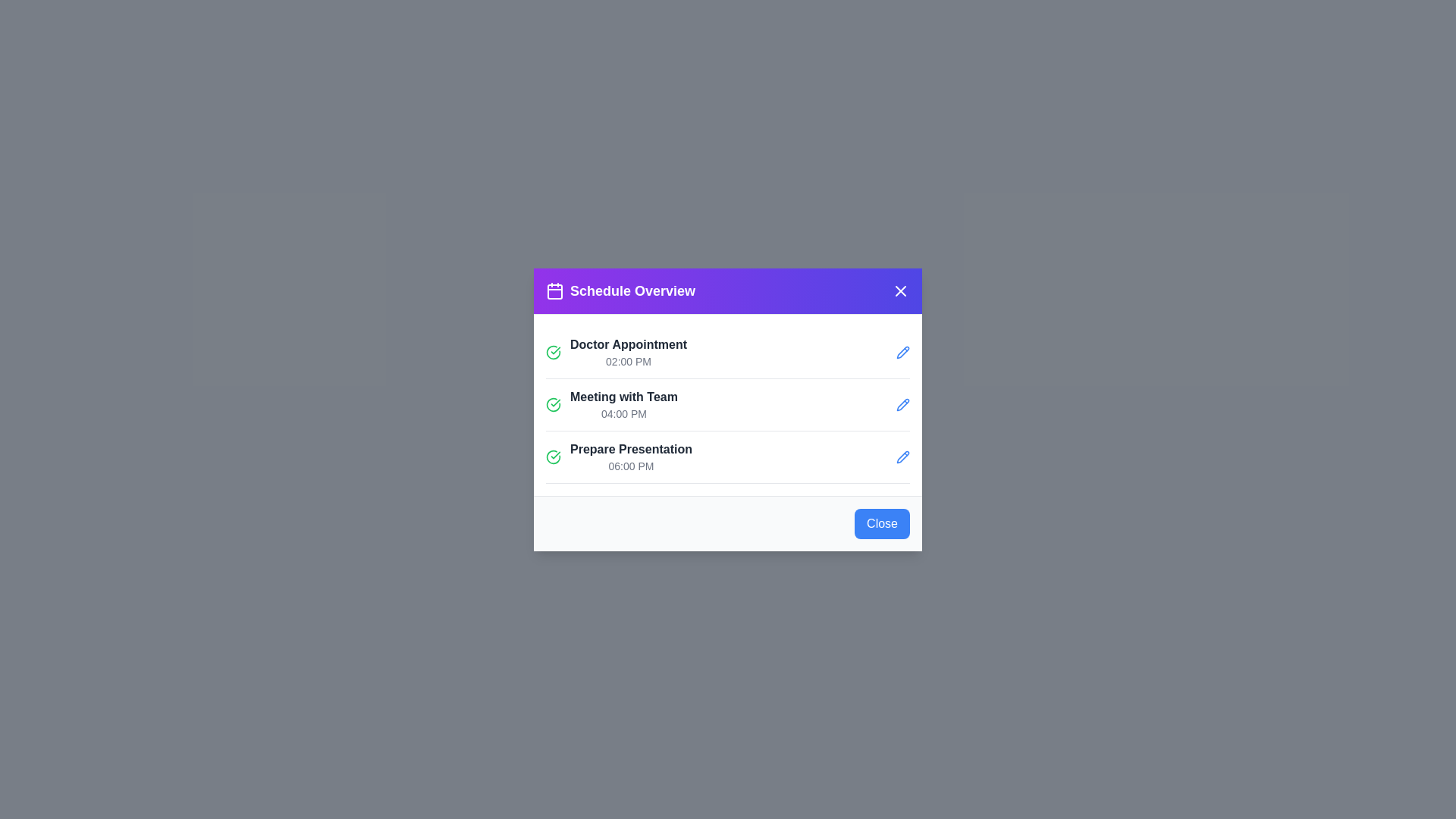 This screenshot has height=819, width=1456. I want to click on text content of the title label located at the top-left corner of the list entry in the 'Schedule Overview' dialog, which precedes the text '02:00 PM', so click(629, 344).